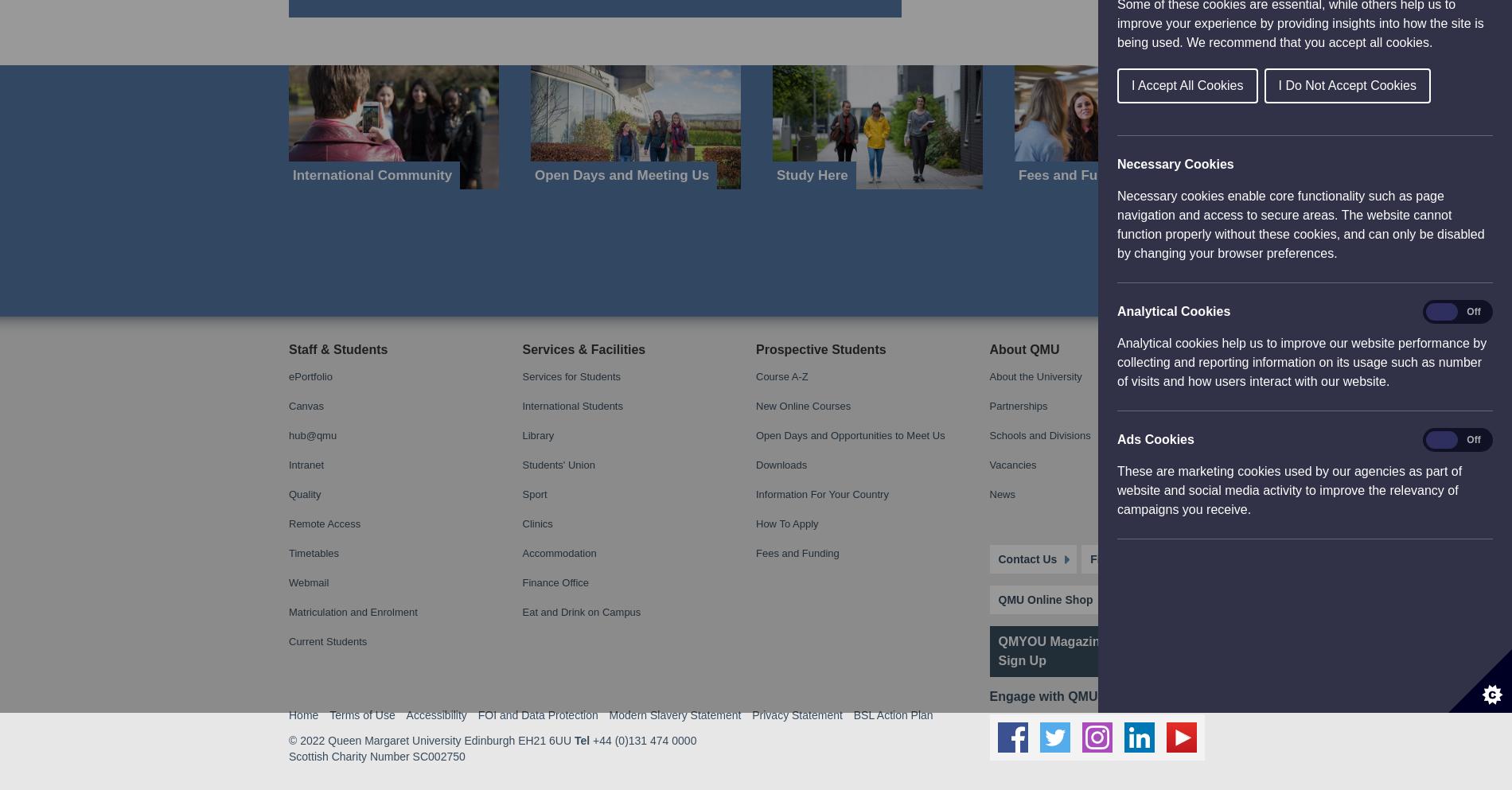  Describe the element at coordinates (673, 6) in the screenshot. I see `'Modern Slavery Statement'` at that location.